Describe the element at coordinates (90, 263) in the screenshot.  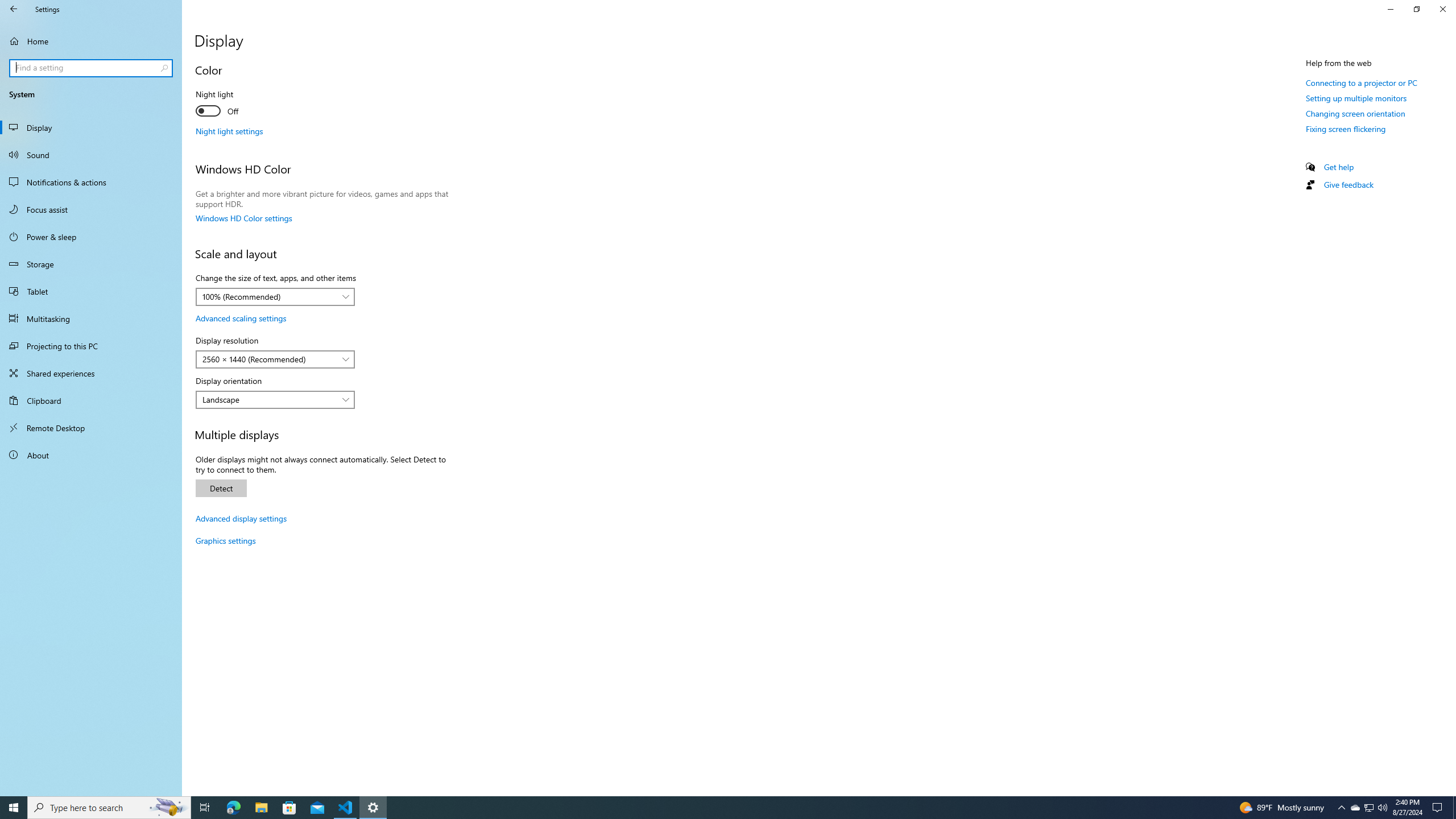
I see `'Storage'` at that location.